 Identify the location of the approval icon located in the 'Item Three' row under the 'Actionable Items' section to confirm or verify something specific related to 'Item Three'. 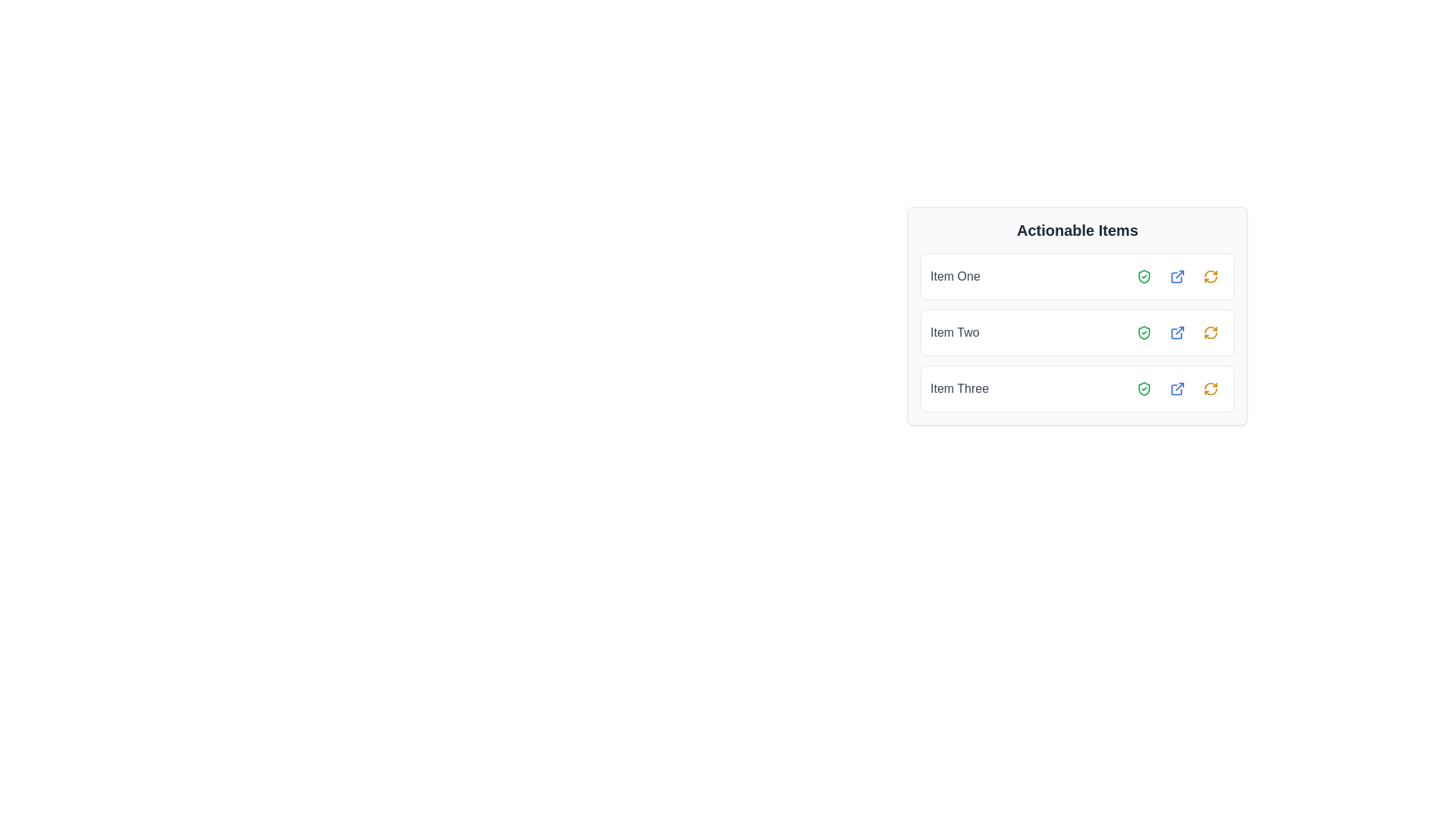
(1144, 388).